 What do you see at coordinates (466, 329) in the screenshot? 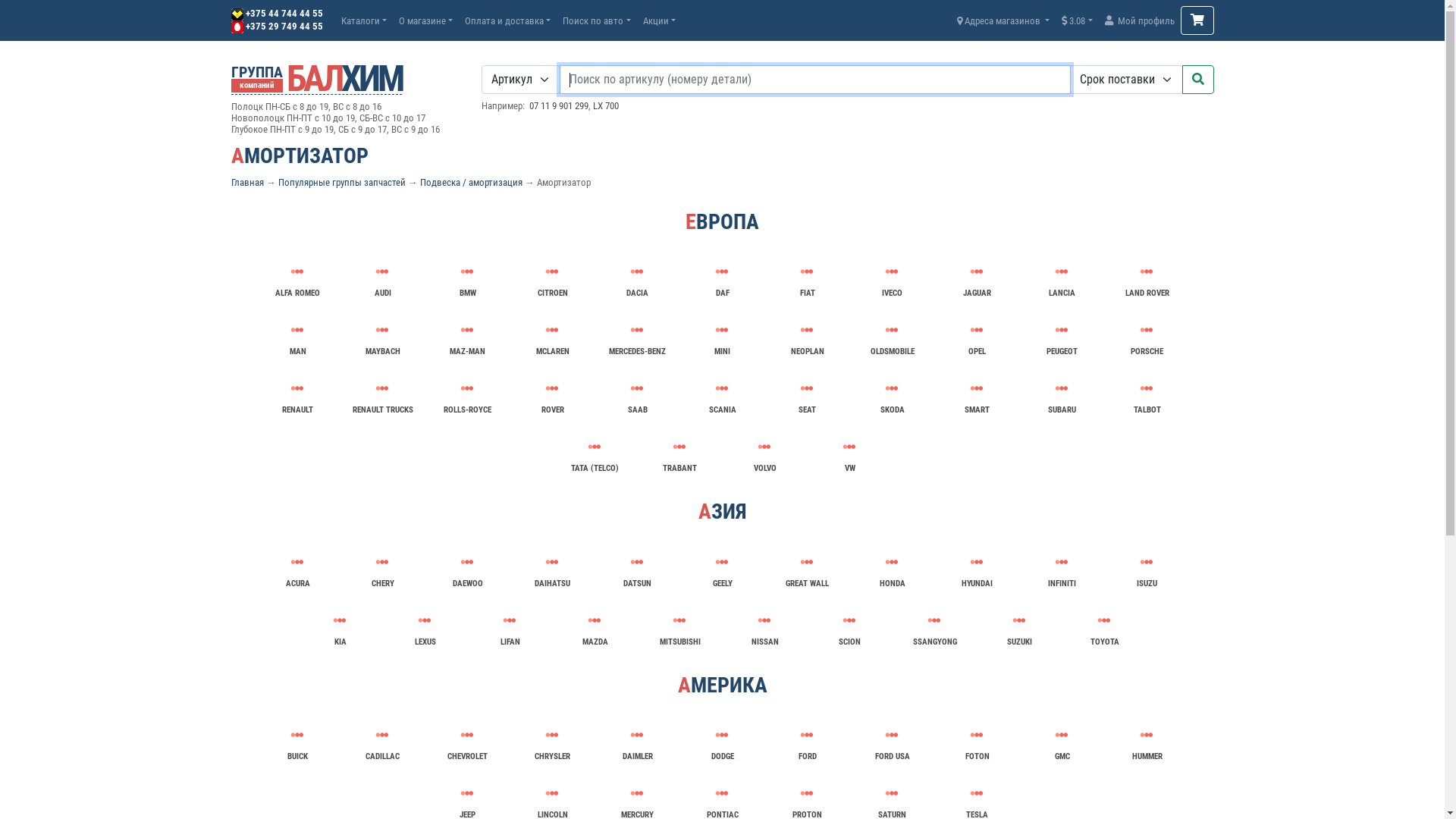
I see `'MAZ-MAN'` at bounding box center [466, 329].